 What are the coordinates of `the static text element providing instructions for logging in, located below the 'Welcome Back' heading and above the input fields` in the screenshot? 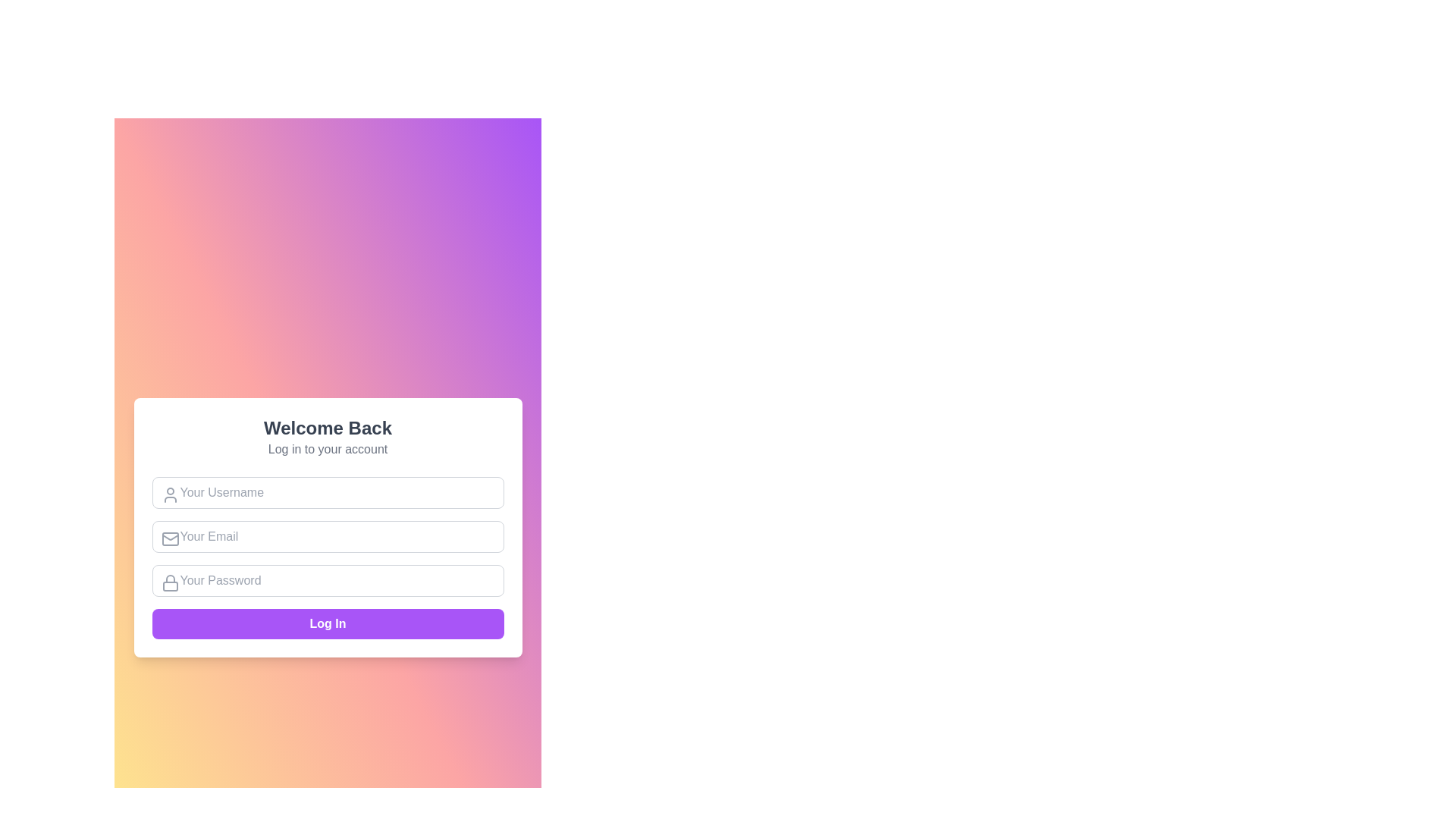 It's located at (327, 449).